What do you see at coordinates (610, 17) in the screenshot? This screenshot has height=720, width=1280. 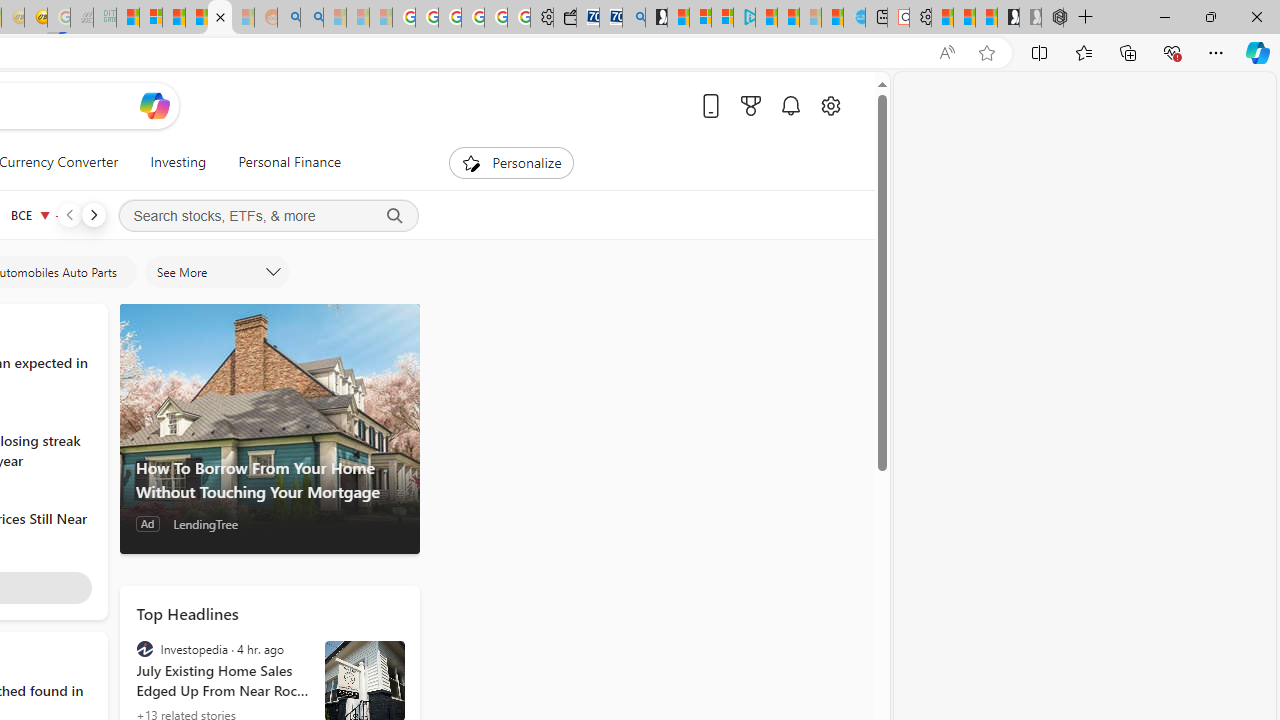 I see `'Cheap Car Rentals - Save70.com'` at bounding box center [610, 17].